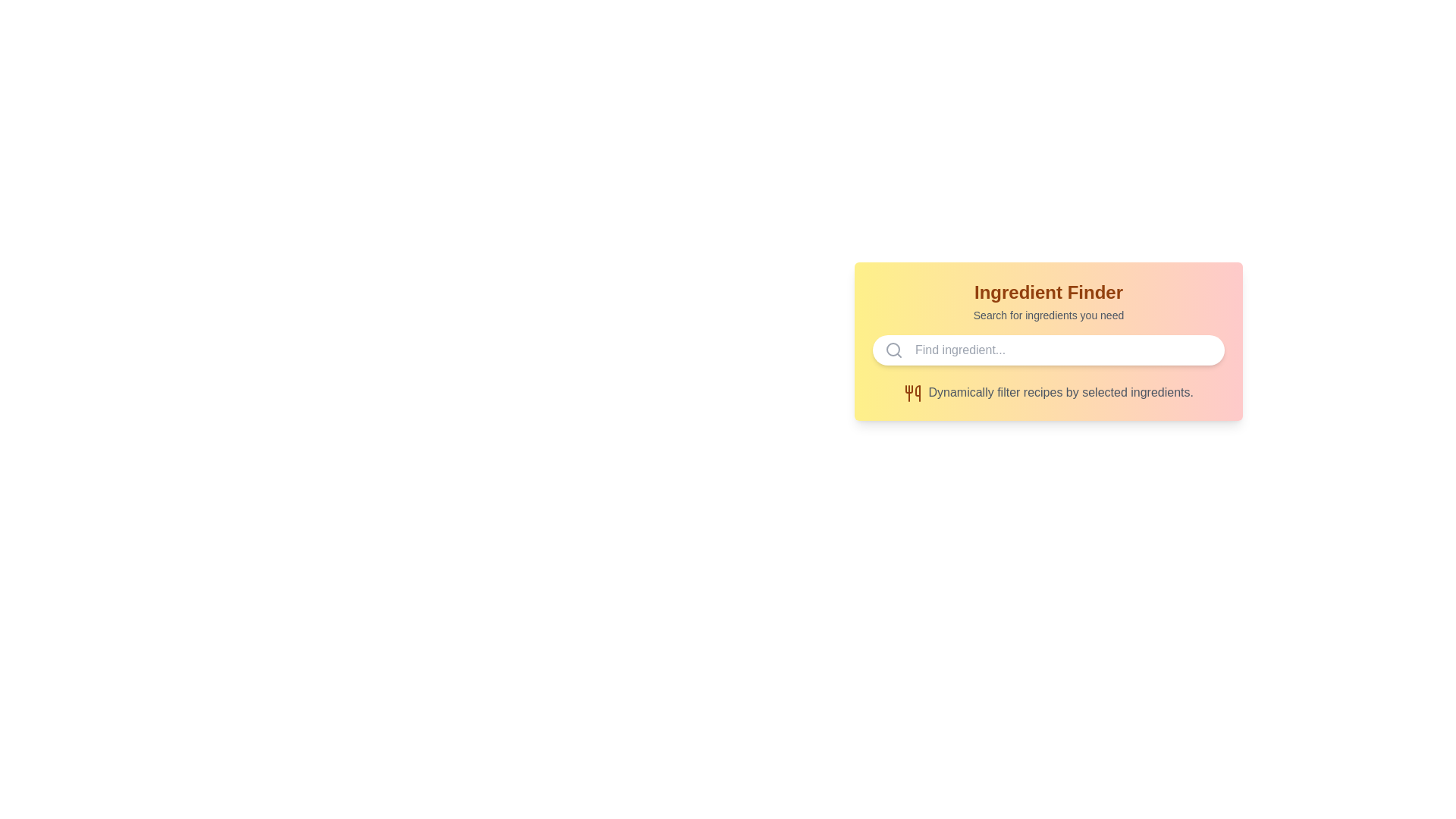 The width and height of the screenshot is (1456, 819). I want to click on the text label that says 'Search for ingredients you need', which is styled in a small gray font and positioned directly beneath the heading 'Ingredient Finder', so click(1047, 315).